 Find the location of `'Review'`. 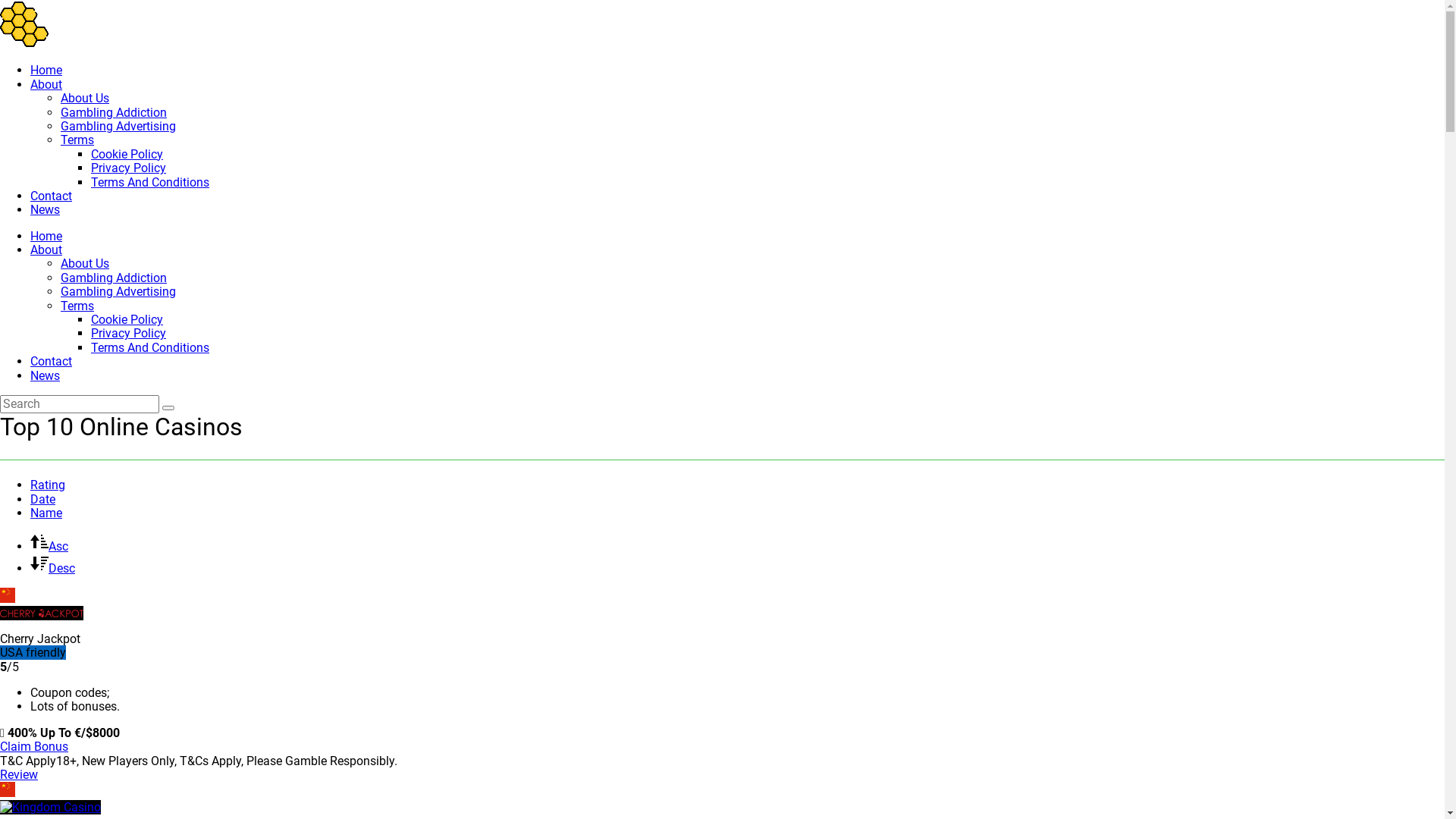

'Review' is located at coordinates (18, 774).